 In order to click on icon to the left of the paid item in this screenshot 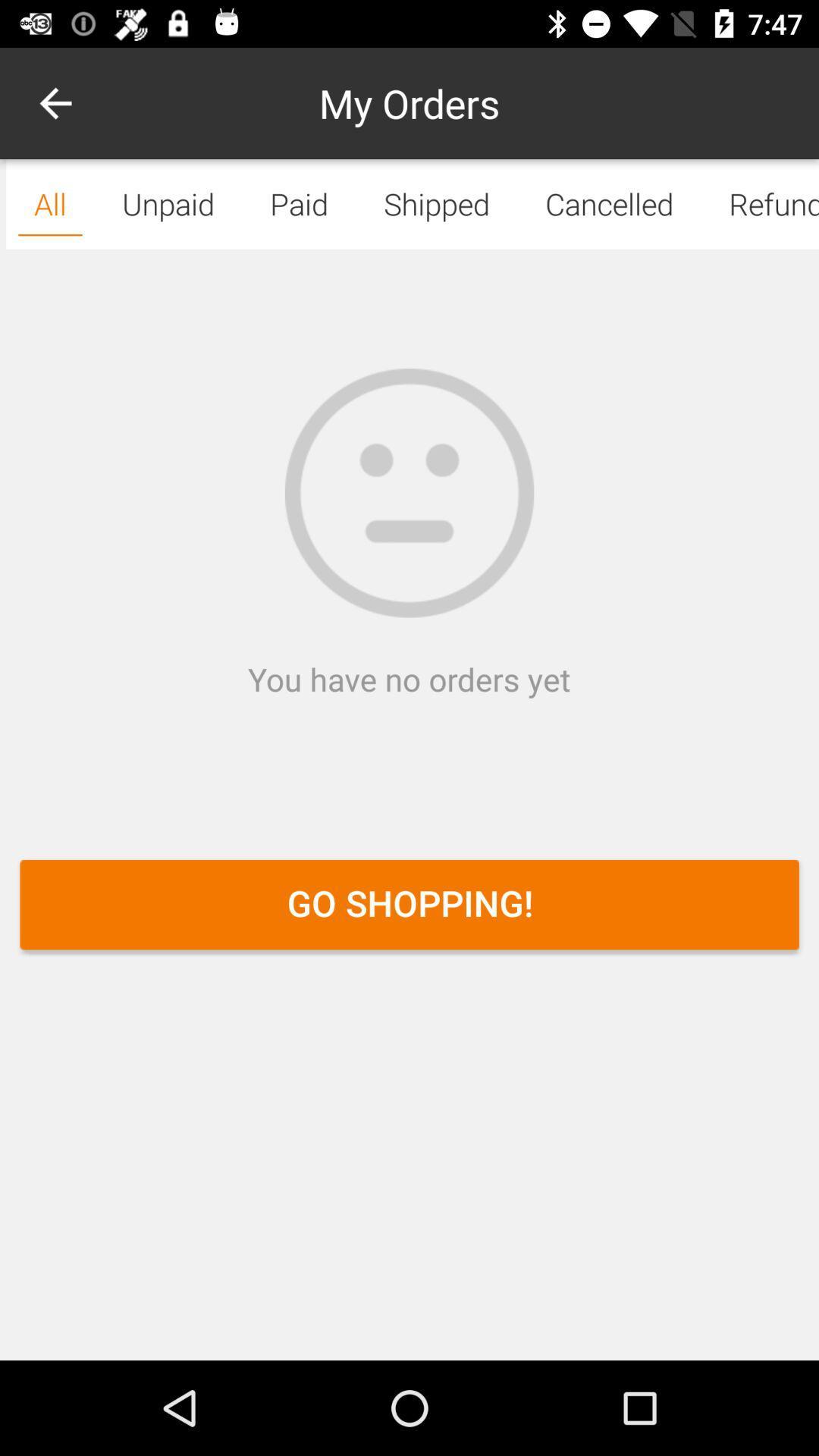, I will do `click(55, 102)`.